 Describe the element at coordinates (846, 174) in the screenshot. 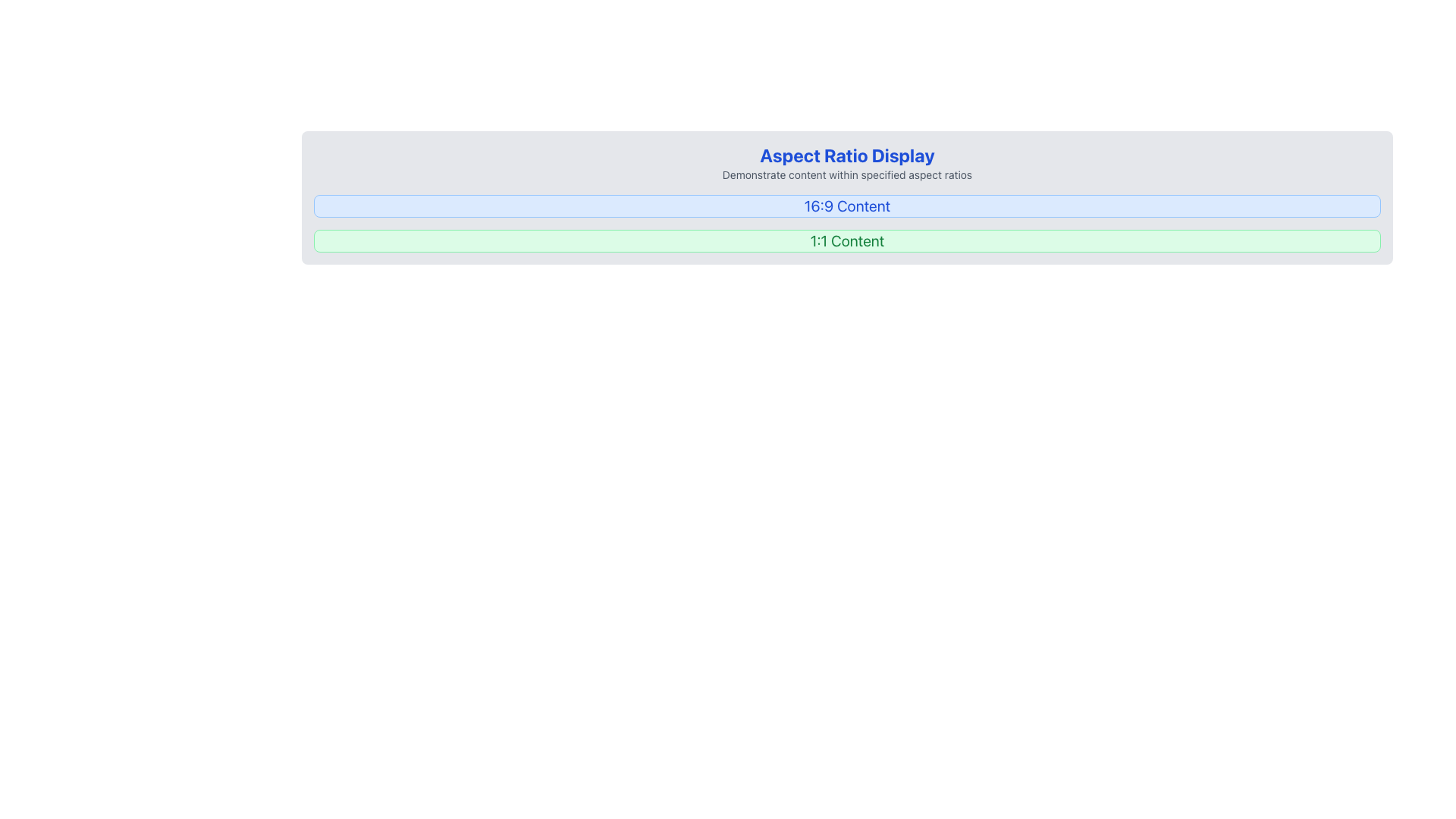

I see `the text label that provides descriptive information about the main title 'Aspect Ratio Display', positioned directly below the headline` at that location.